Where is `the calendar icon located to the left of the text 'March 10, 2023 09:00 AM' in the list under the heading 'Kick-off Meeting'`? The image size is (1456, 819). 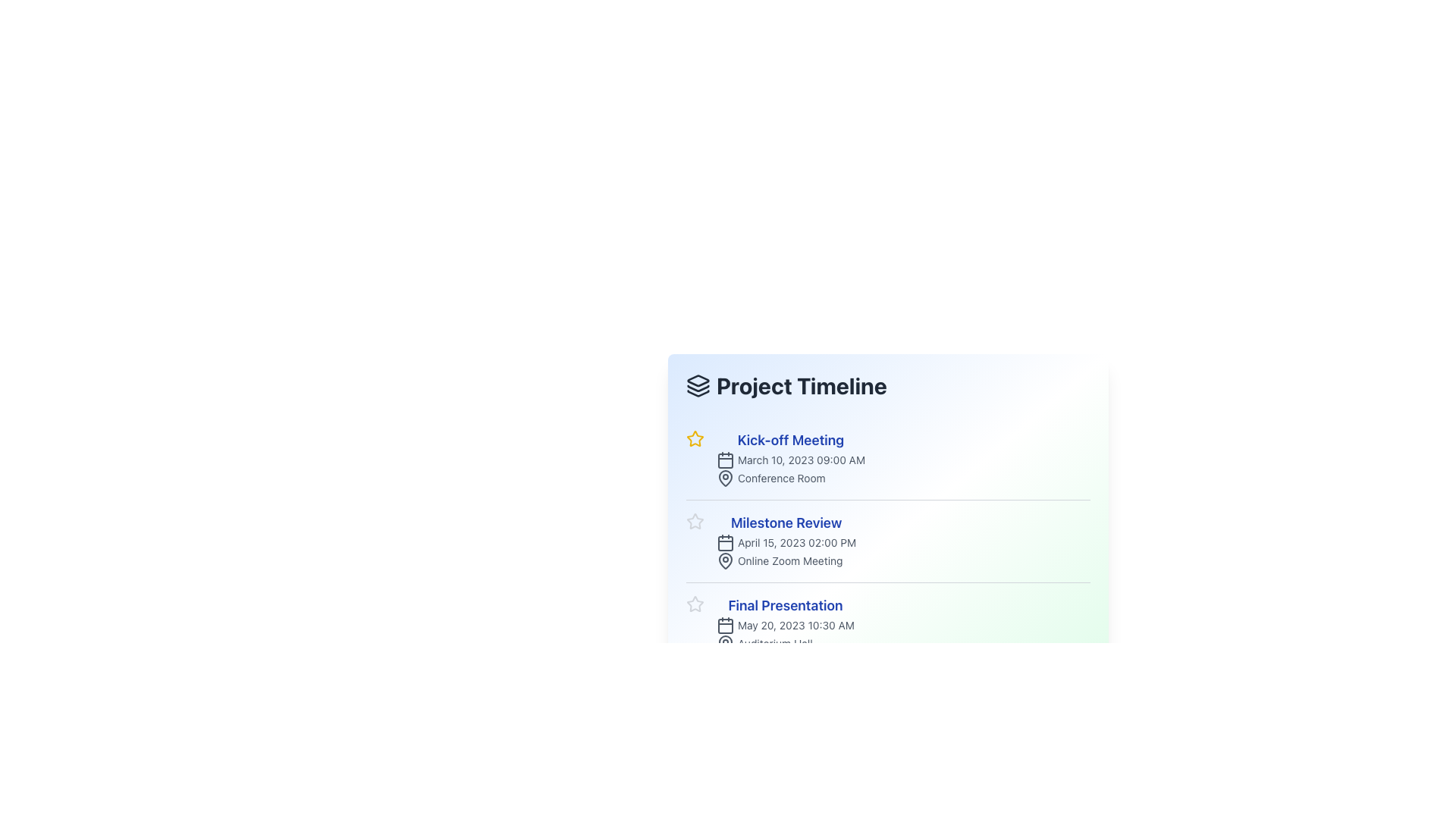
the calendar icon located to the left of the text 'March 10, 2023 09:00 AM' in the list under the heading 'Kick-off Meeting' is located at coordinates (724, 459).